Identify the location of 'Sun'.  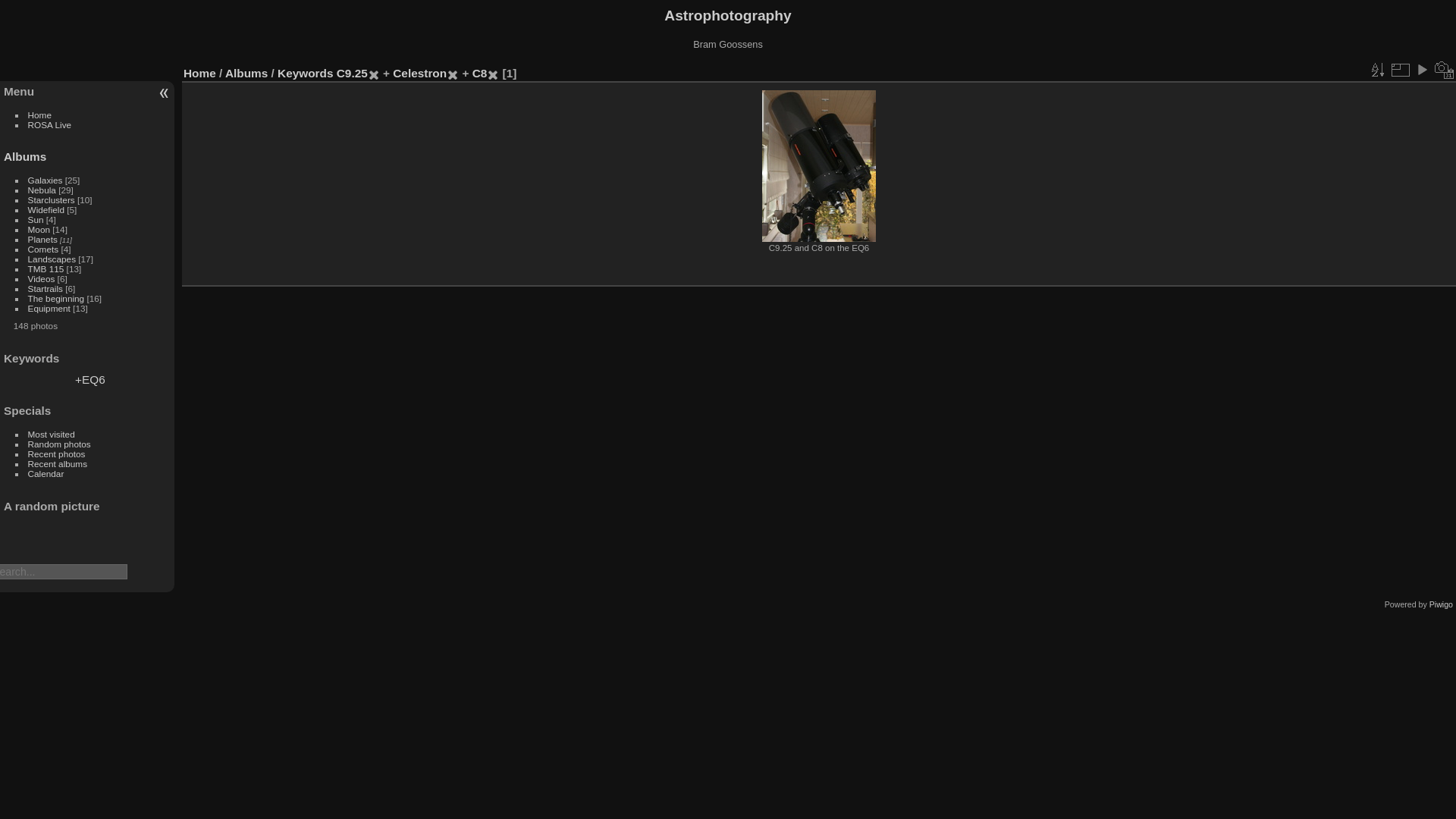
(36, 219).